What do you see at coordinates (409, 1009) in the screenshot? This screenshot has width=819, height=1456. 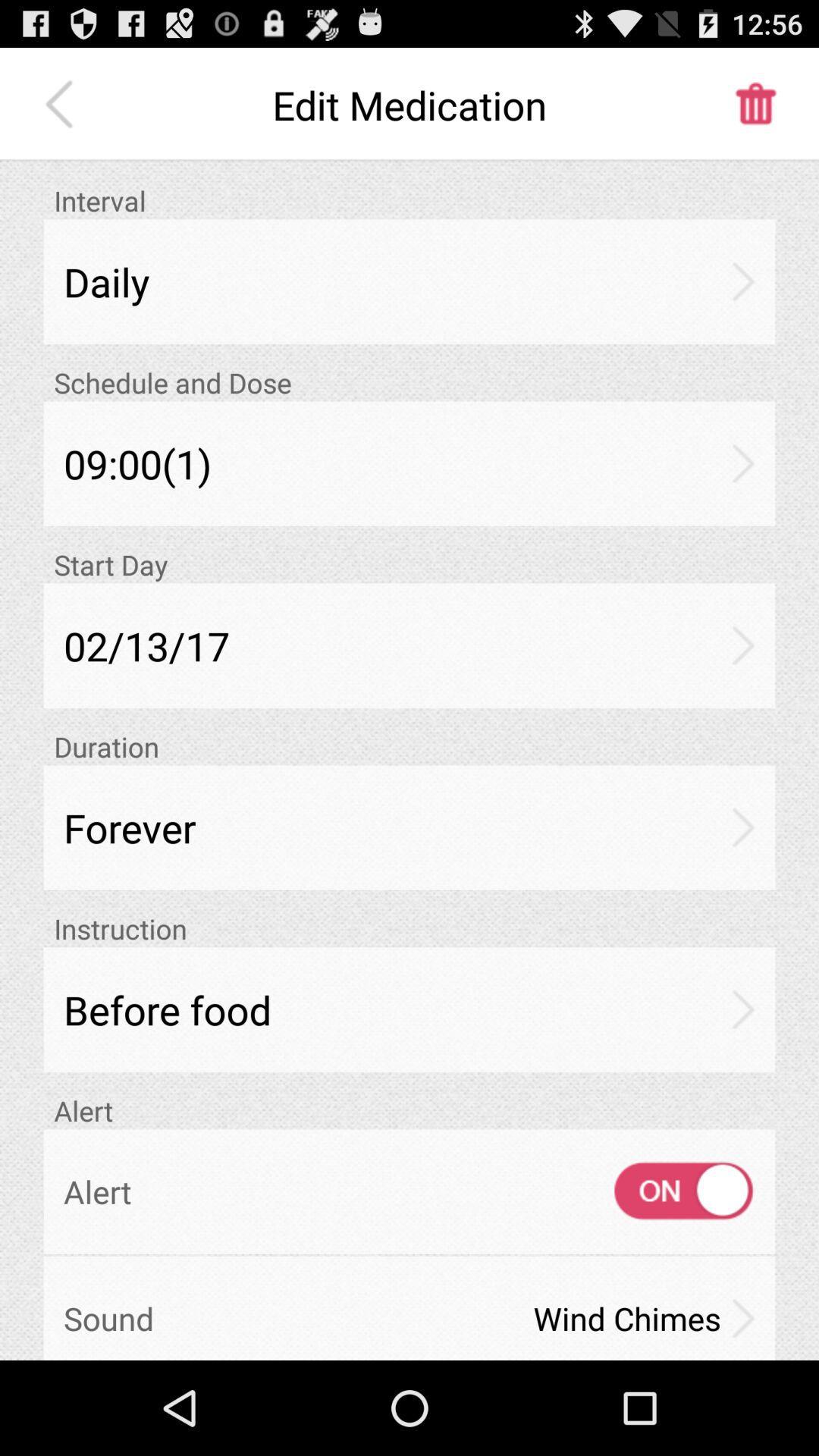 I see `before food` at bounding box center [409, 1009].